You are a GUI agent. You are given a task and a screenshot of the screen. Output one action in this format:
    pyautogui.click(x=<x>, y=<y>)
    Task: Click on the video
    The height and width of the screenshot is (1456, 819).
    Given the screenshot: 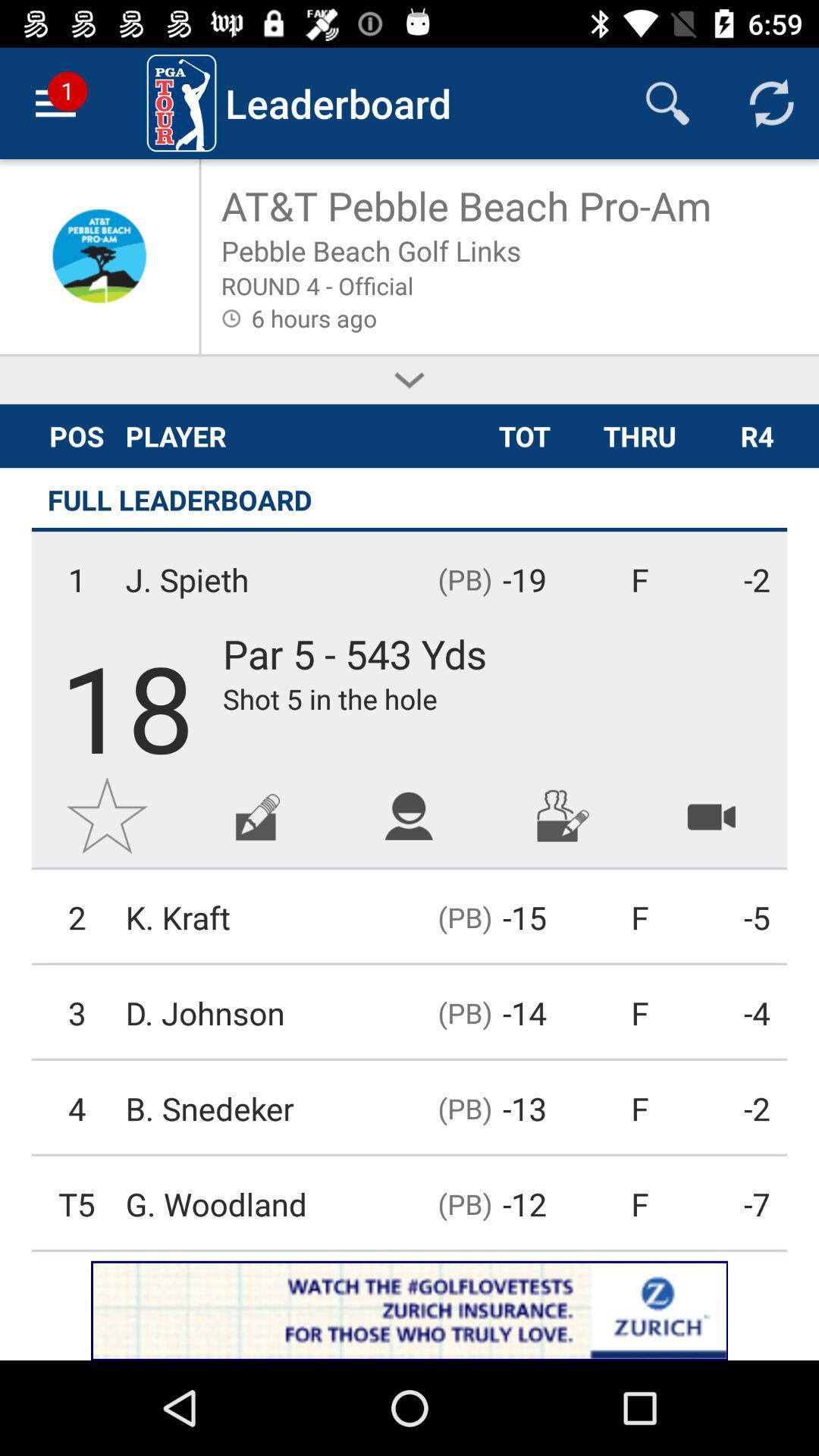 What is the action you would take?
    pyautogui.click(x=711, y=814)
    